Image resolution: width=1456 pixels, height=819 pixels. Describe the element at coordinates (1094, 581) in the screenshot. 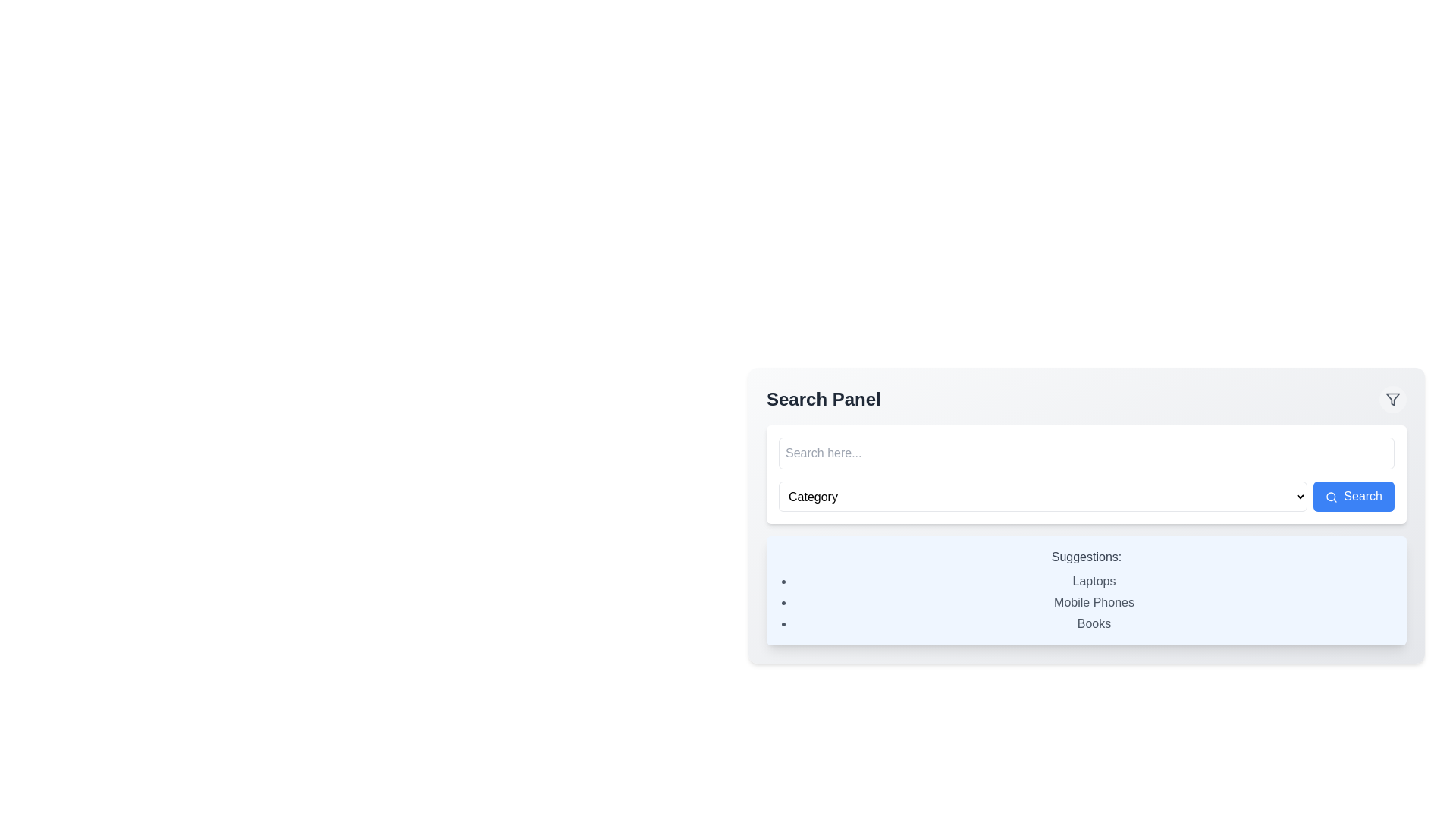

I see `the first item in the 'Suggestions' list which serves as an informational entry, located above 'Mobile Phones' and 'Books'` at that location.